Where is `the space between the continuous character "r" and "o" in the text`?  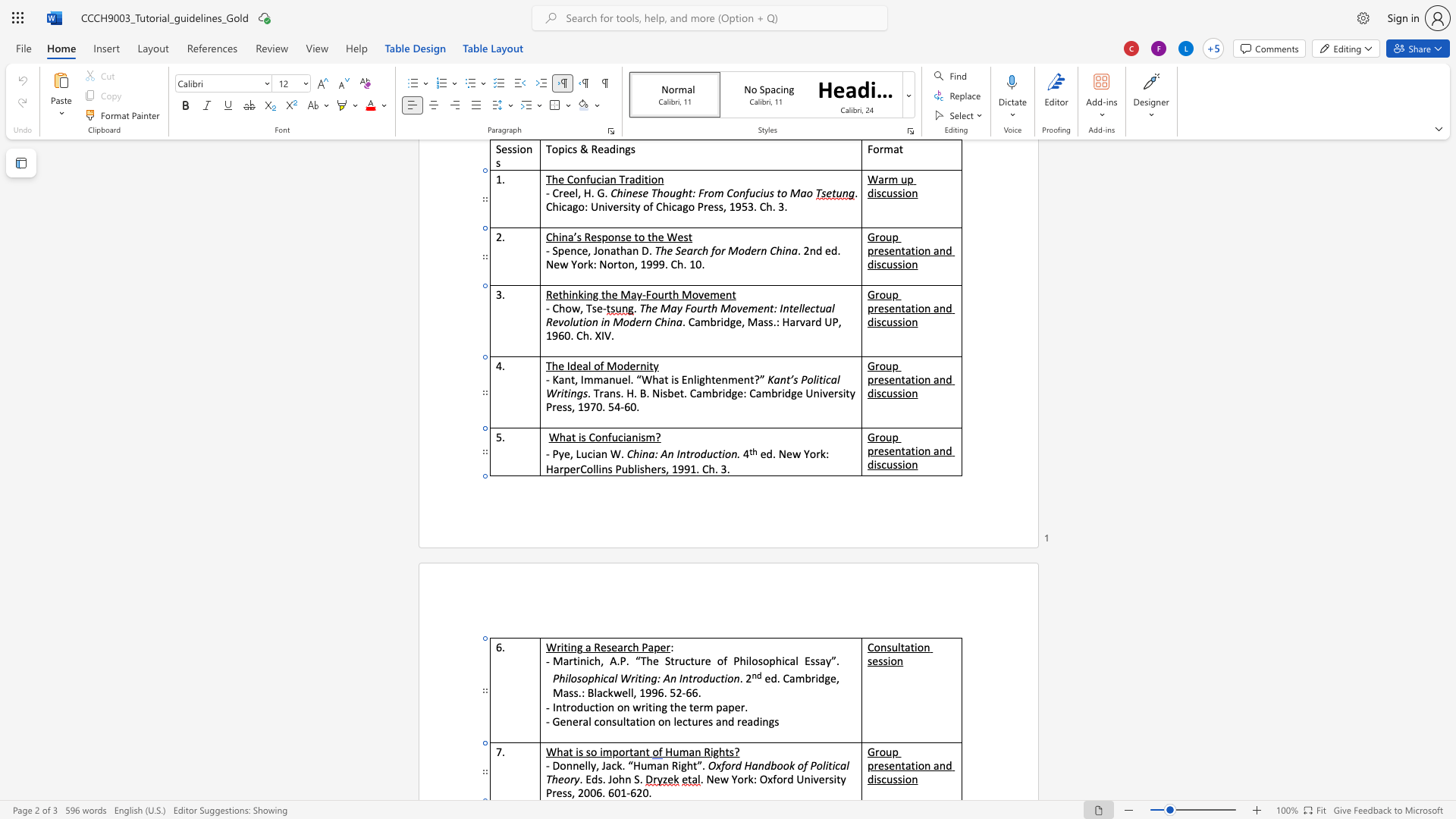
the space between the continuous character "r" and "o" in the text is located at coordinates (880, 752).